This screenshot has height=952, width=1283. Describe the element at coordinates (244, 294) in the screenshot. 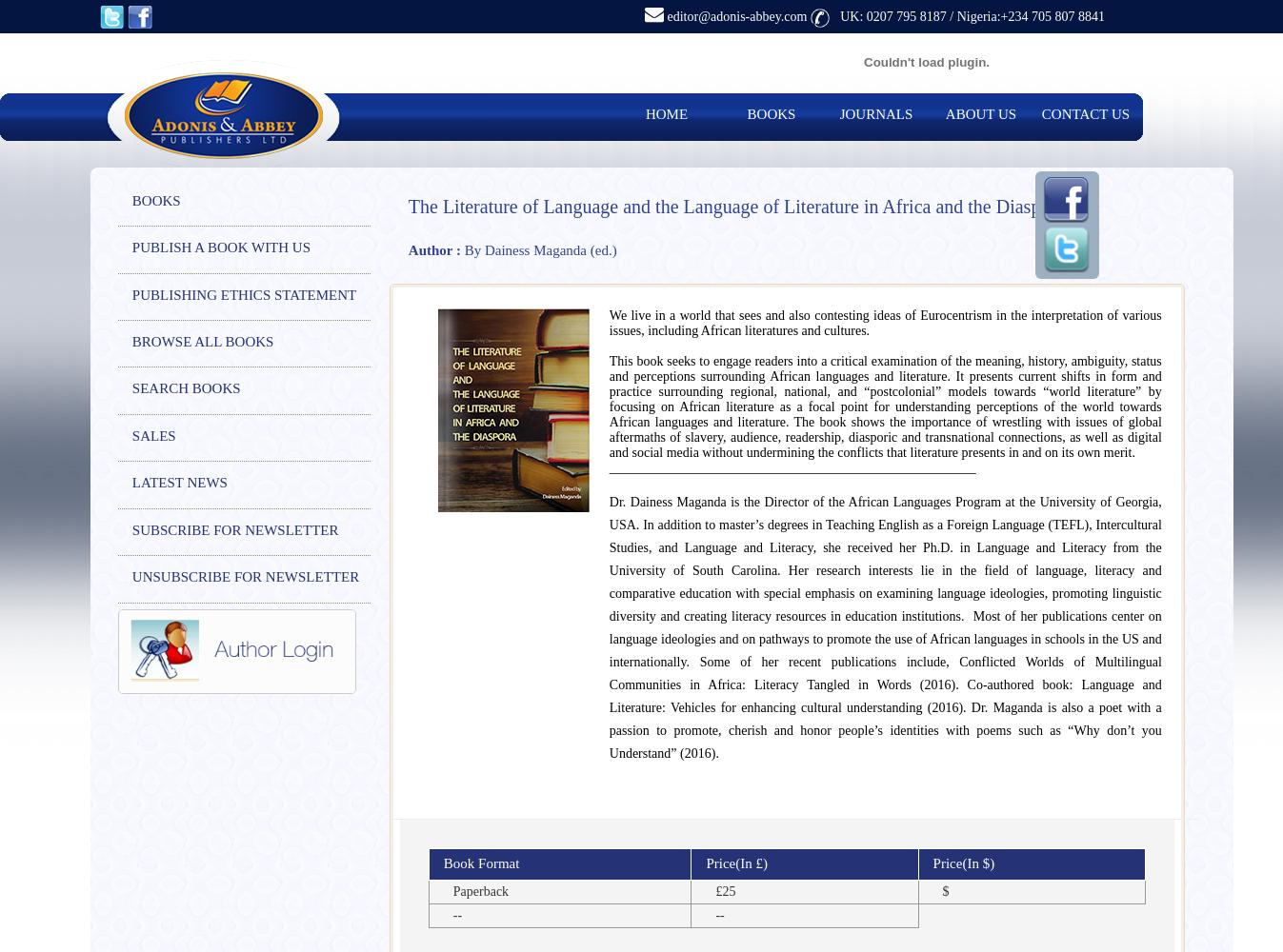

I see `'PUBLISHING ETHICS STATEMENT'` at that location.